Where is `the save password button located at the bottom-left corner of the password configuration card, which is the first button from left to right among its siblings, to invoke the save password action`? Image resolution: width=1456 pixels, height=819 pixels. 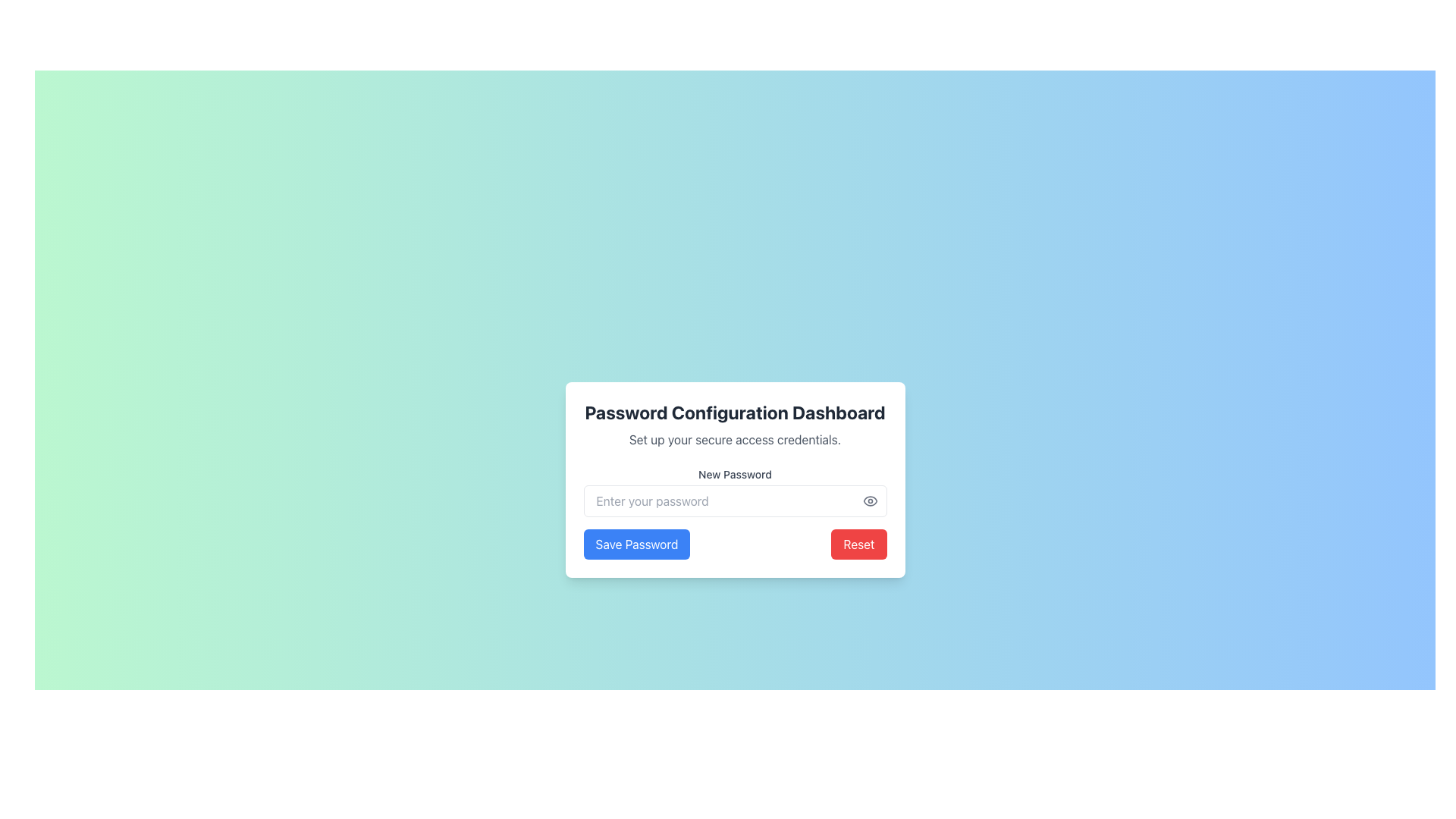
the save password button located at the bottom-left corner of the password configuration card, which is the first button from left to right among its siblings, to invoke the save password action is located at coordinates (637, 543).